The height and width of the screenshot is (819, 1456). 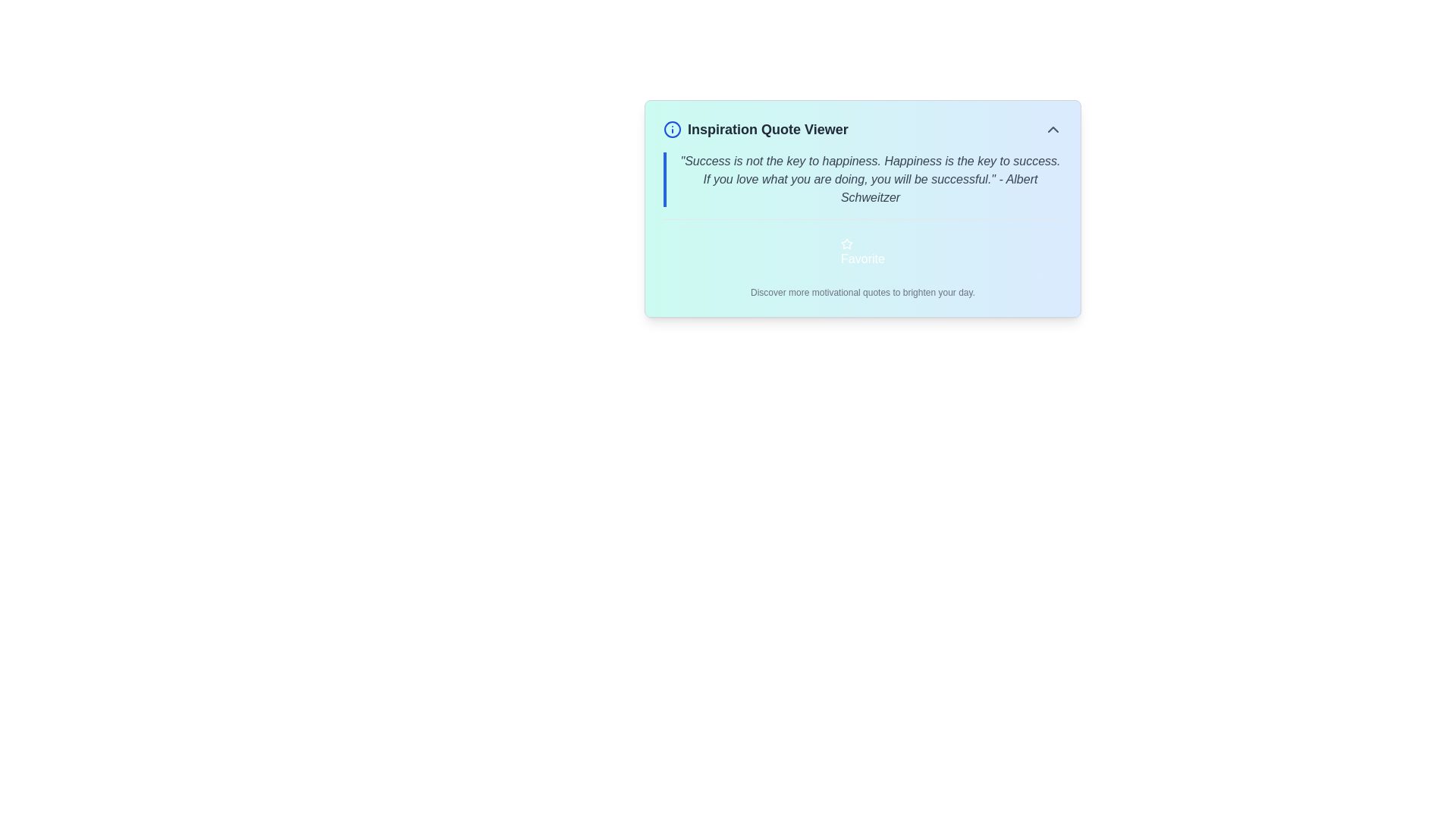 What do you see at coordinates (862, 209) in the screenshot?
I see `the navigation elements present in the 'Inspiration Quote Viewer' widget which features a motivational quote and a 'Favorite' button` at bounding box center [862, 209].